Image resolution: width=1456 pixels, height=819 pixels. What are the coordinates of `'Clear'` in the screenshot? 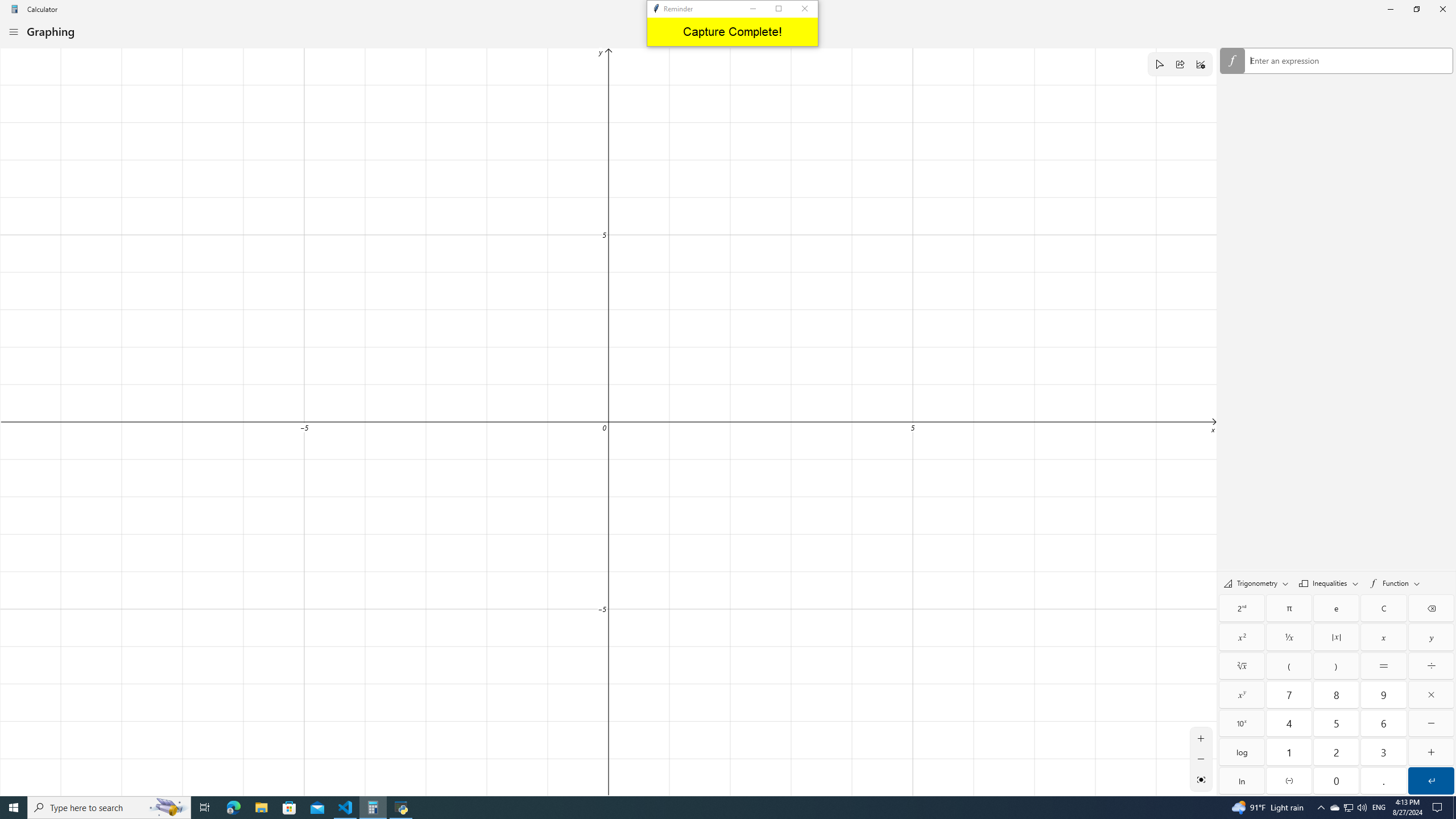 It's located at (1383, 607).